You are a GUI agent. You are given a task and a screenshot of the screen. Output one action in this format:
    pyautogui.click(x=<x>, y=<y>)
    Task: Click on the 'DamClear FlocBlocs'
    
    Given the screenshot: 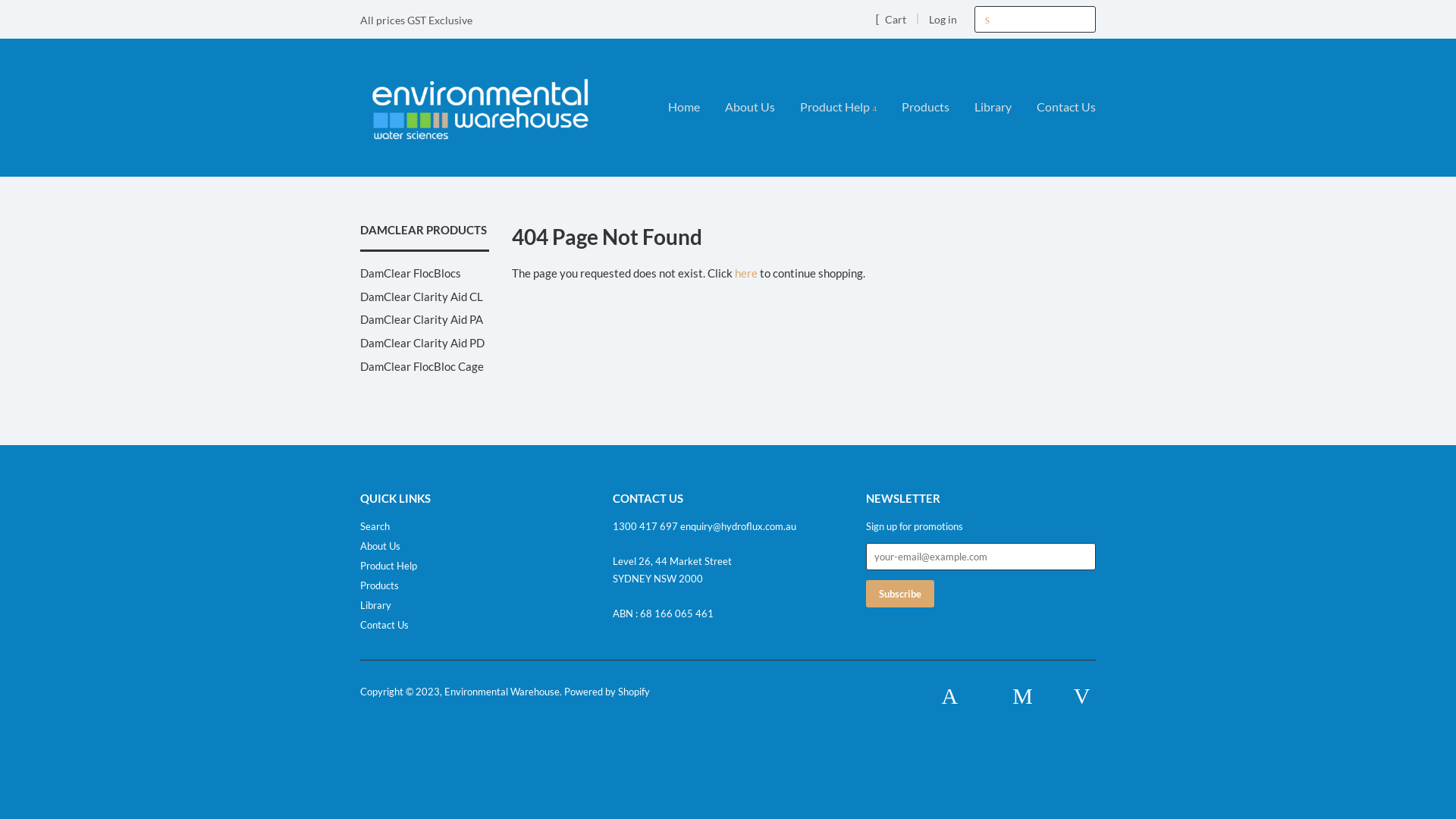 What is the action you would take?
    pyautogui.click(x=410, y=271)
    